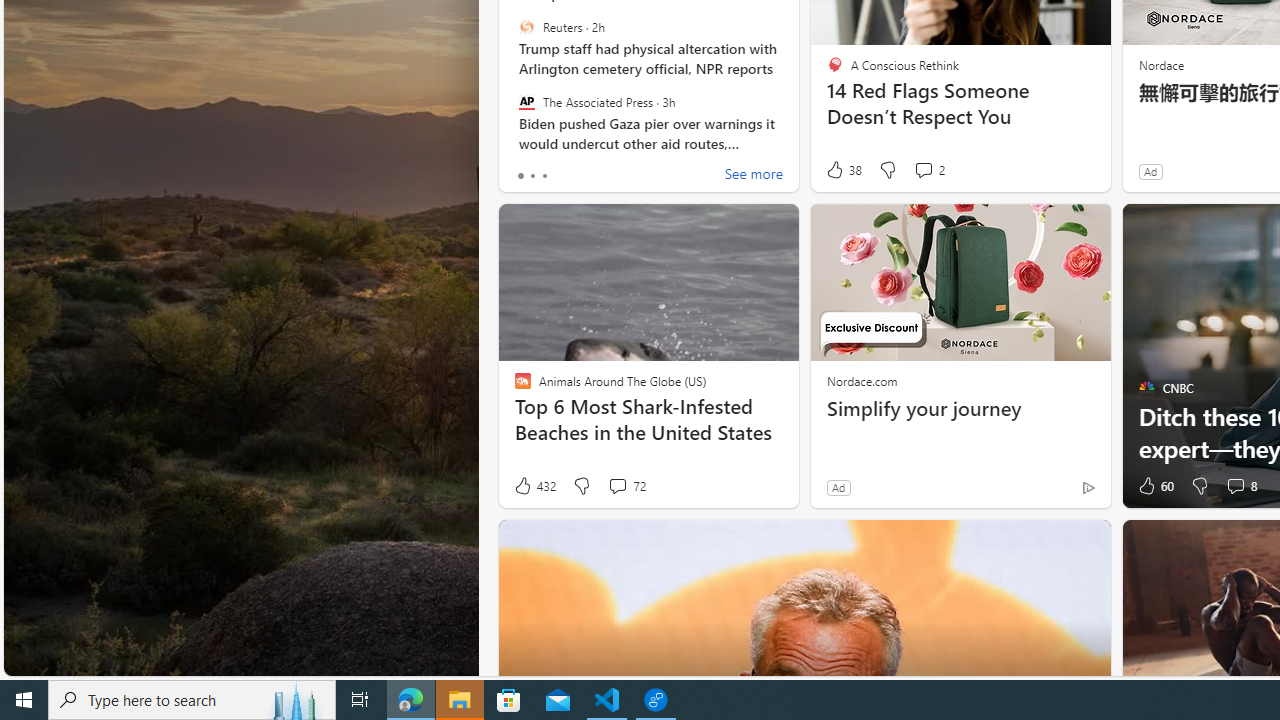 The width and height of the screenshot is (1280, 720). Describe the element at coordinates (1087, 487) in the screenshot. I see `'Ad Choice'` at that location.